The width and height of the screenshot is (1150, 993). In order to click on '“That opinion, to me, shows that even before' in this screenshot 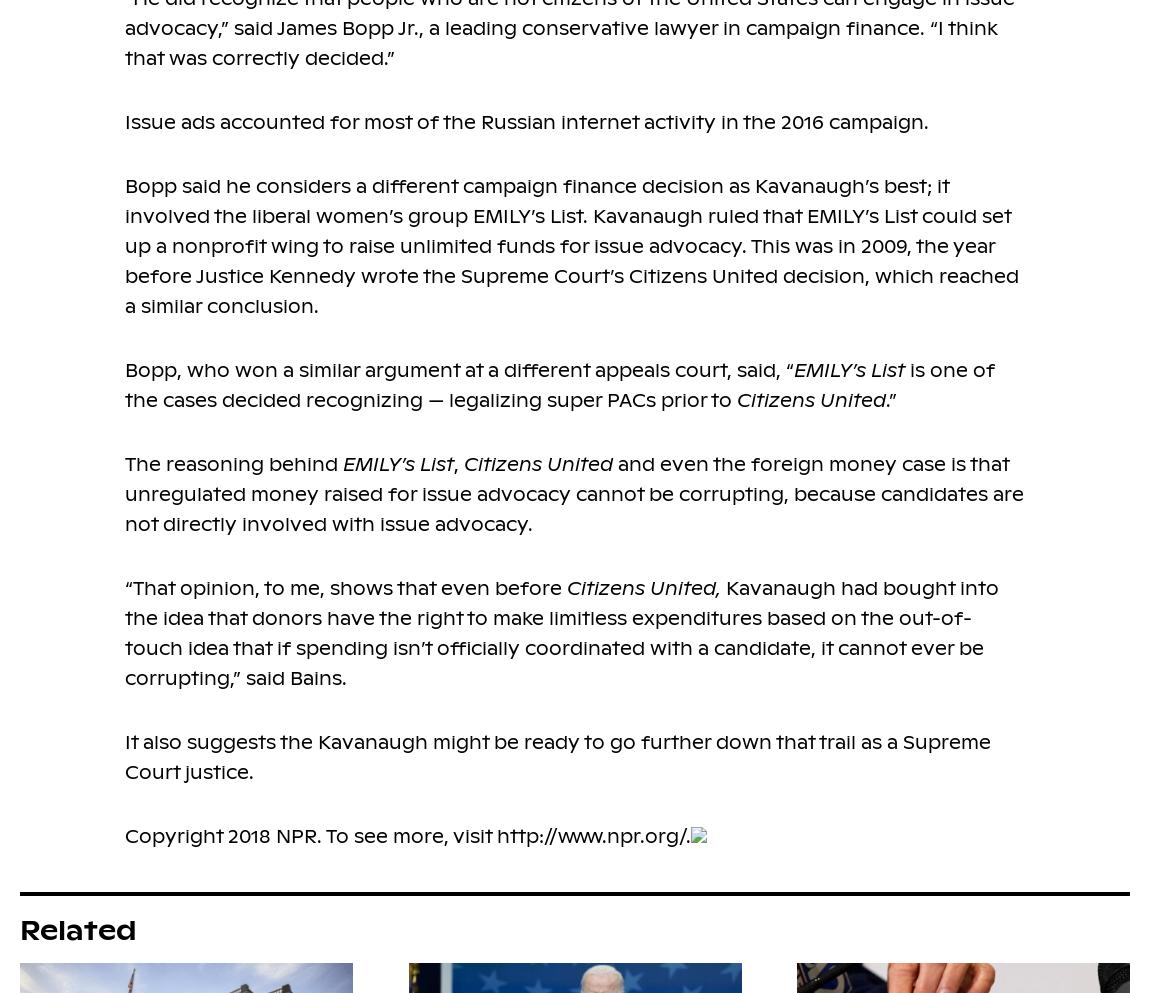, I will do `click(346, 588)`.